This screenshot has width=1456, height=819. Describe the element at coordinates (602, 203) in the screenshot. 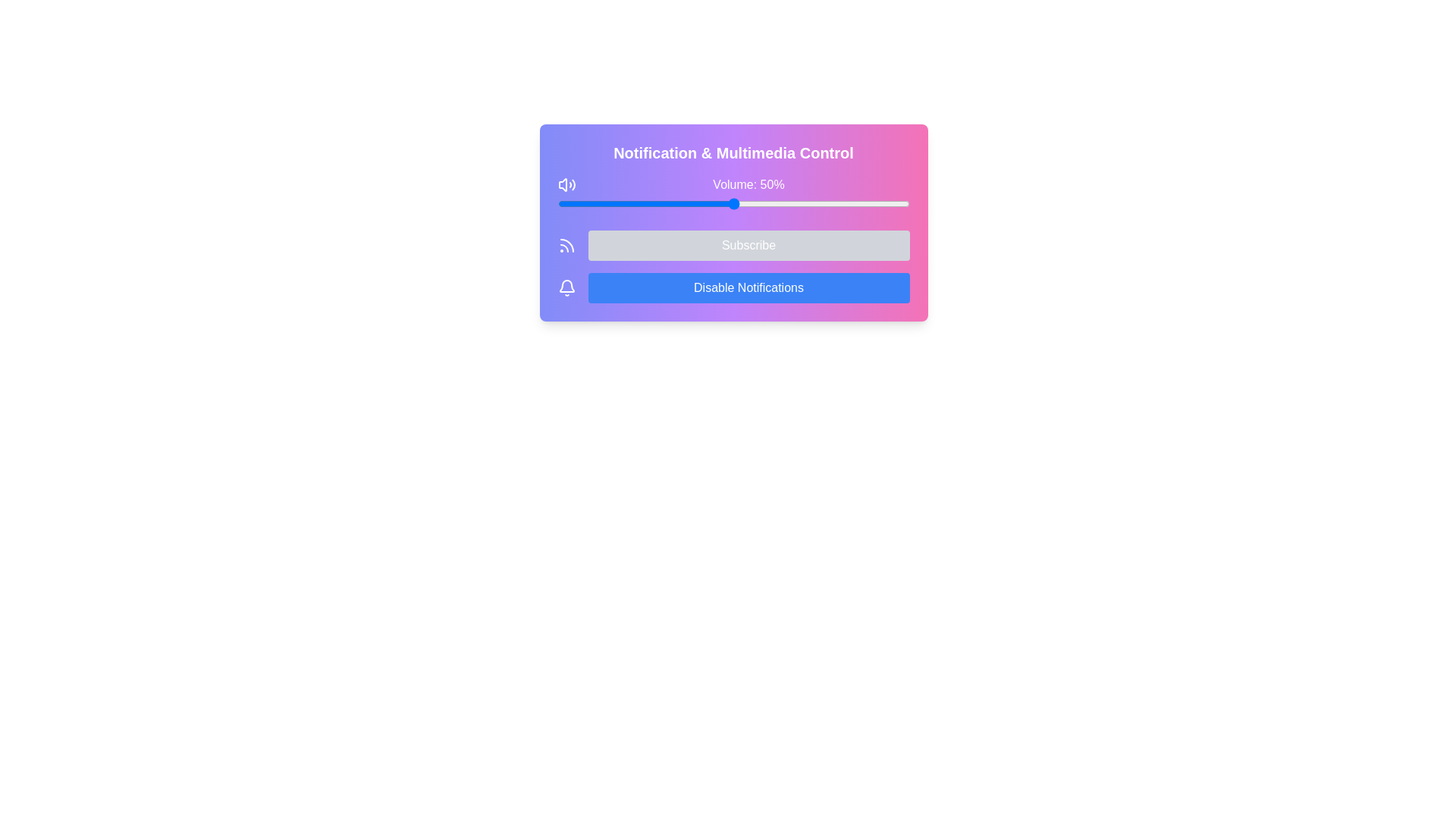

I see `the volume slider` at that location.